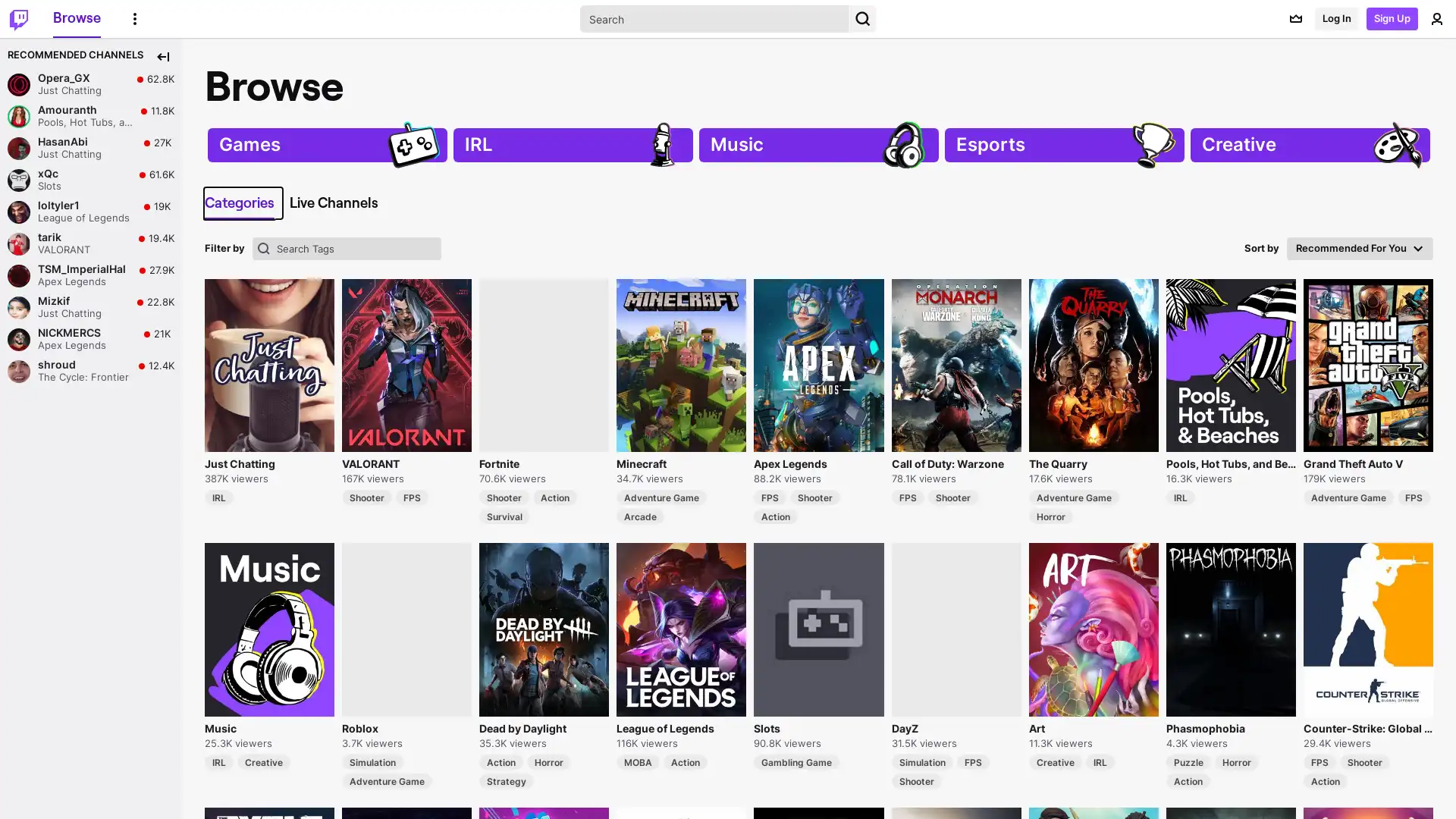 This screenshot has height=819, width=1456. I want to click on Adventure Game, so click(1072, 497).